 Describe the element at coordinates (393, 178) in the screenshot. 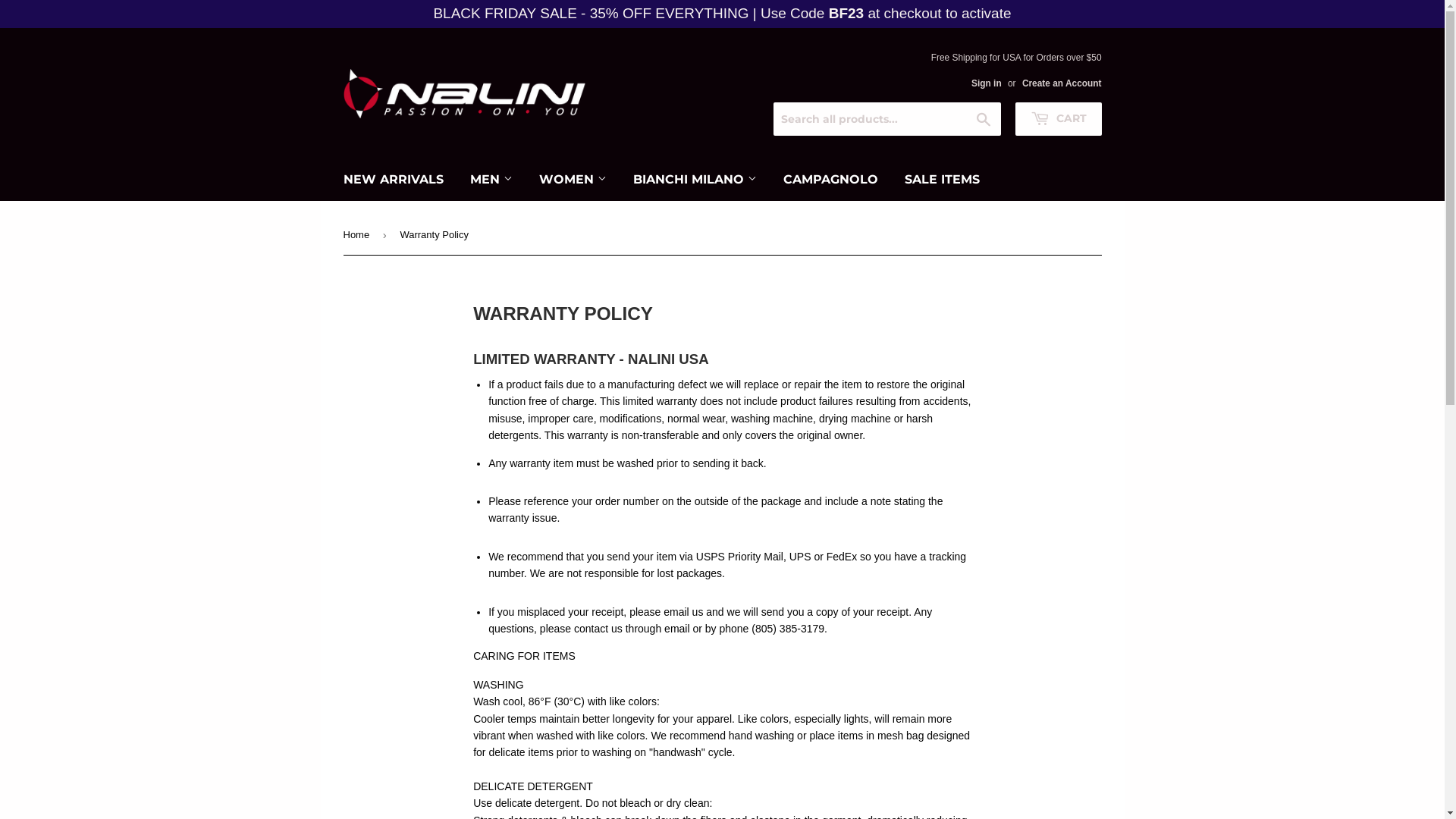

I see `'NEW ARRIVALS'` at that location.